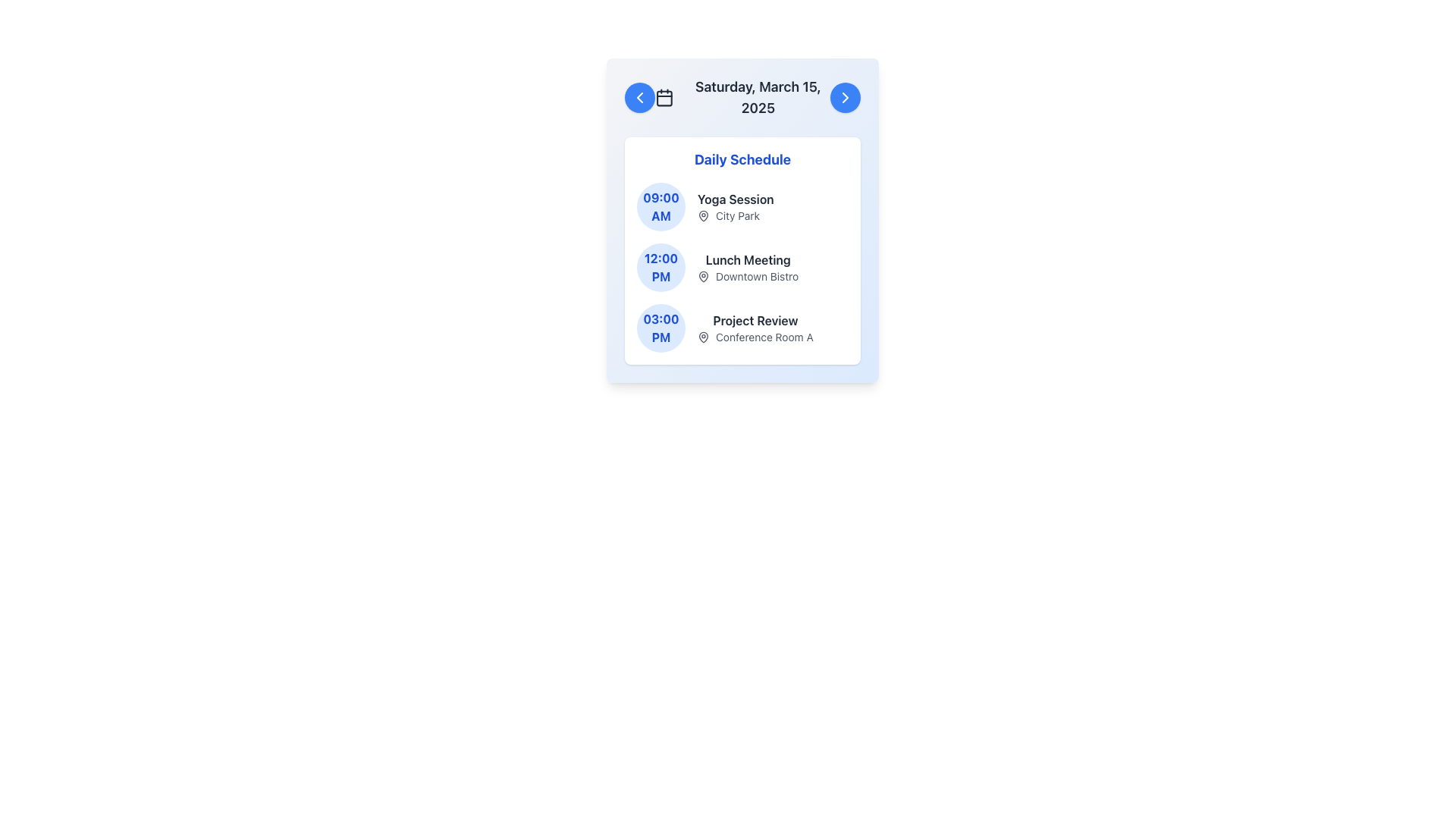 The image size is (1456, 819). Describe the element at coordinates (748, 259) in the screenshot. I see `the 'Lunch Meeting' text label` at that location.